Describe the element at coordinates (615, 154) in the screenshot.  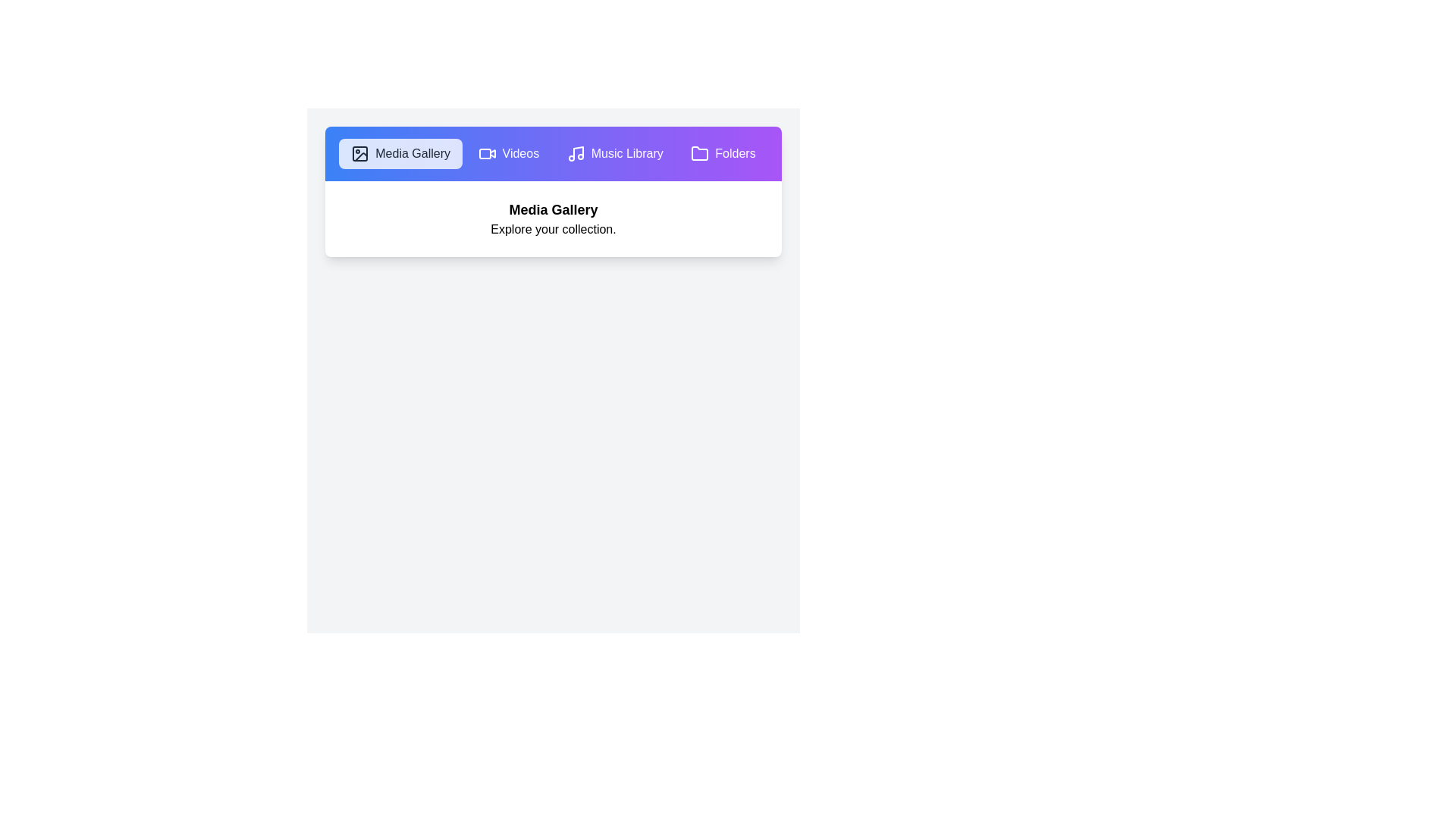
I see `the 'Music Library' button, which is styled with a gradient background and labeled with white text` at that location.